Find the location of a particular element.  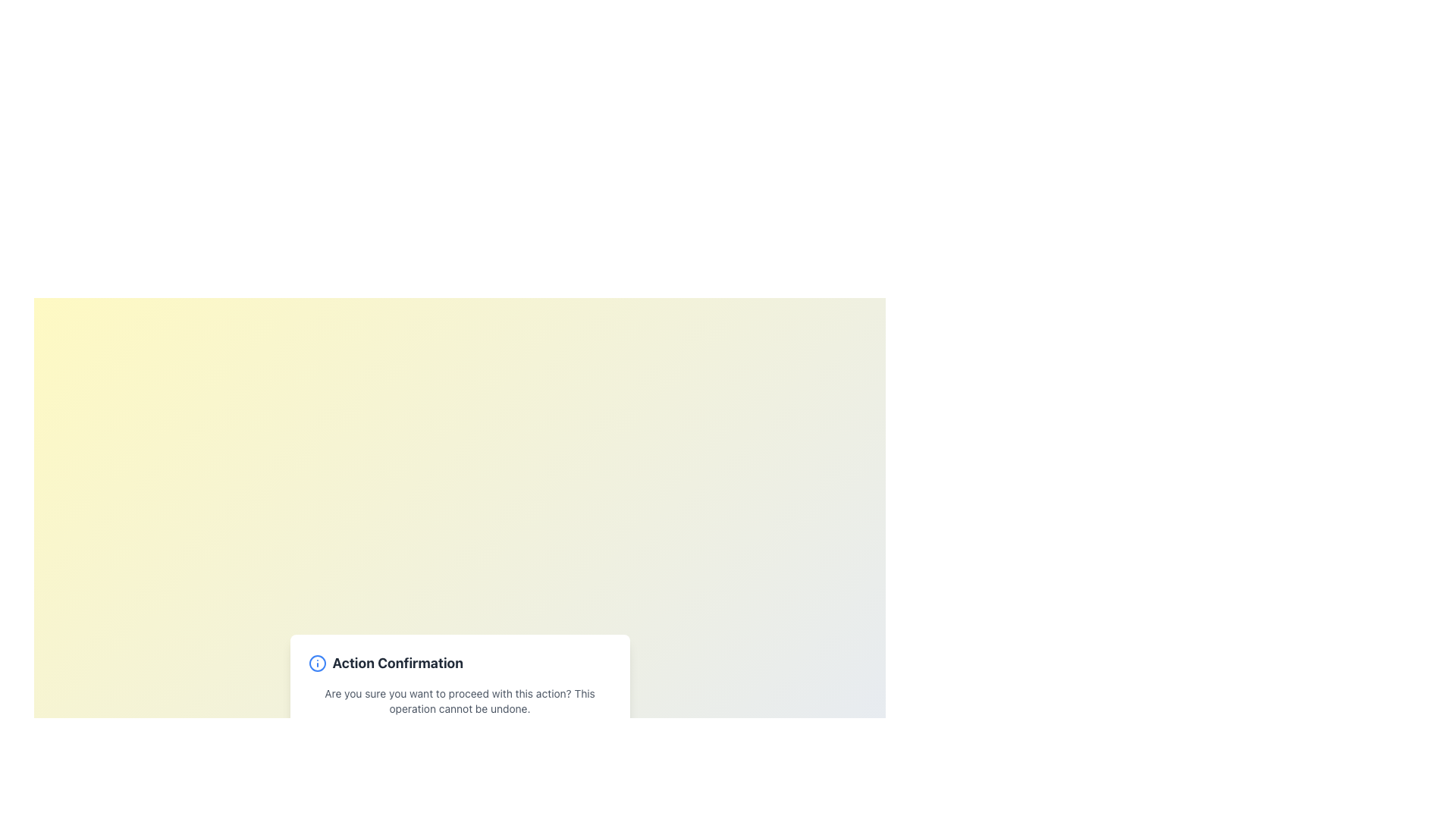

Informational icon located to the left of the 'Action Confirmation' text for additional information is located at coordinates (316, 663).